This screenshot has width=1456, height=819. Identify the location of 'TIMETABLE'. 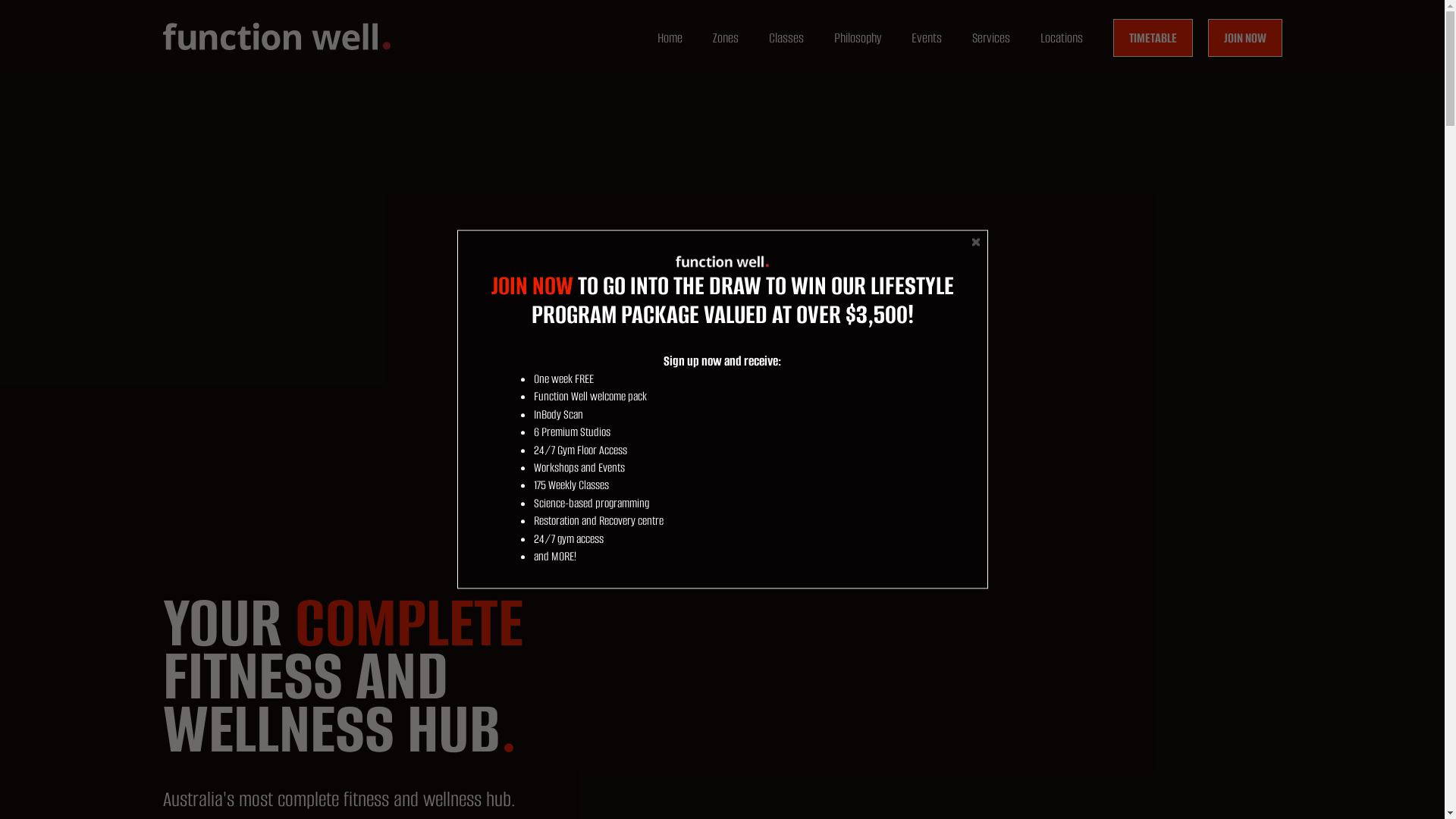
(1113, 37).